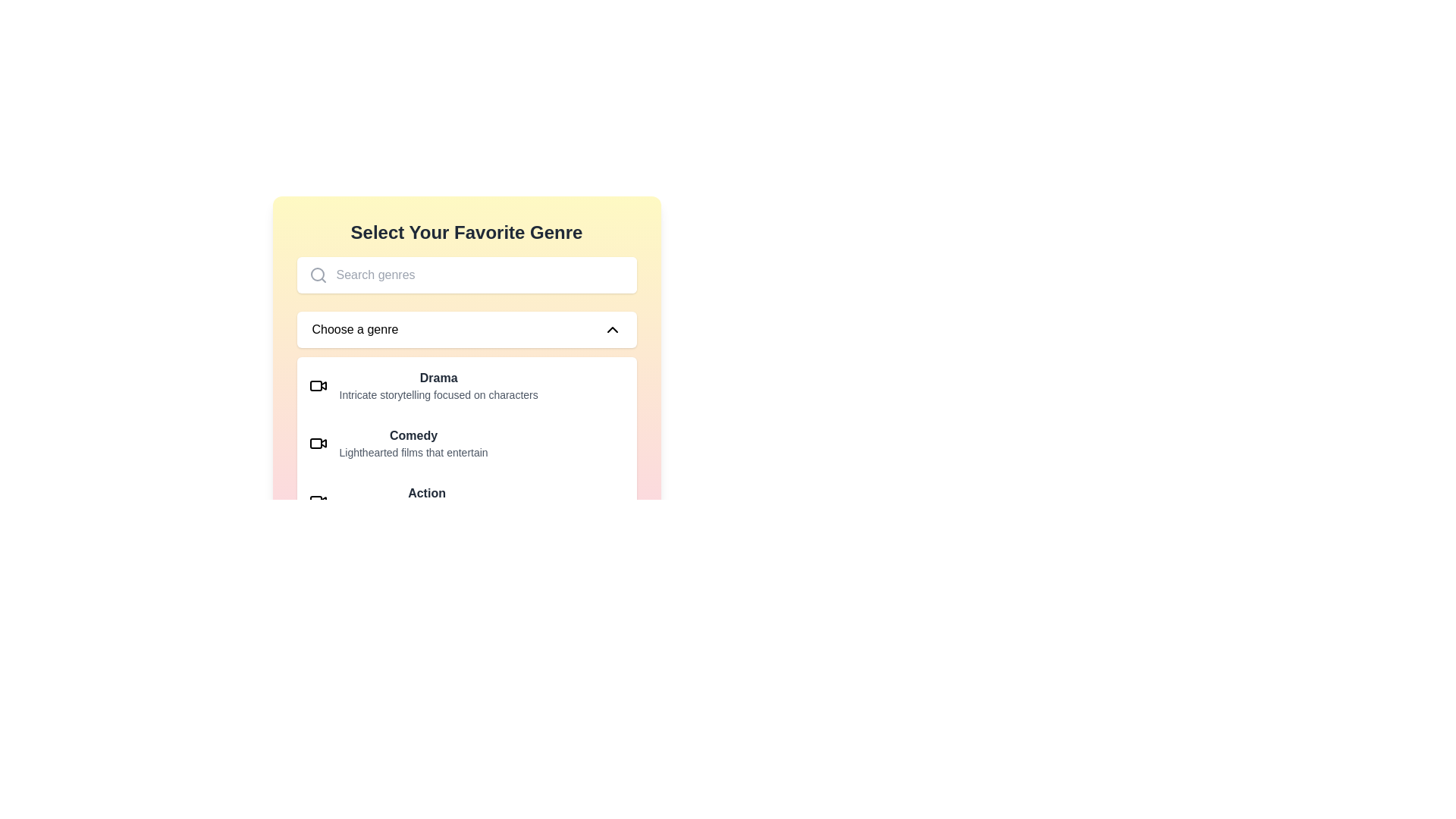 This screenshot has height=819, width=1456. I want to click on the 'Action' genre element, which is the third entry in a vertical list of genres, so click(426, 500).